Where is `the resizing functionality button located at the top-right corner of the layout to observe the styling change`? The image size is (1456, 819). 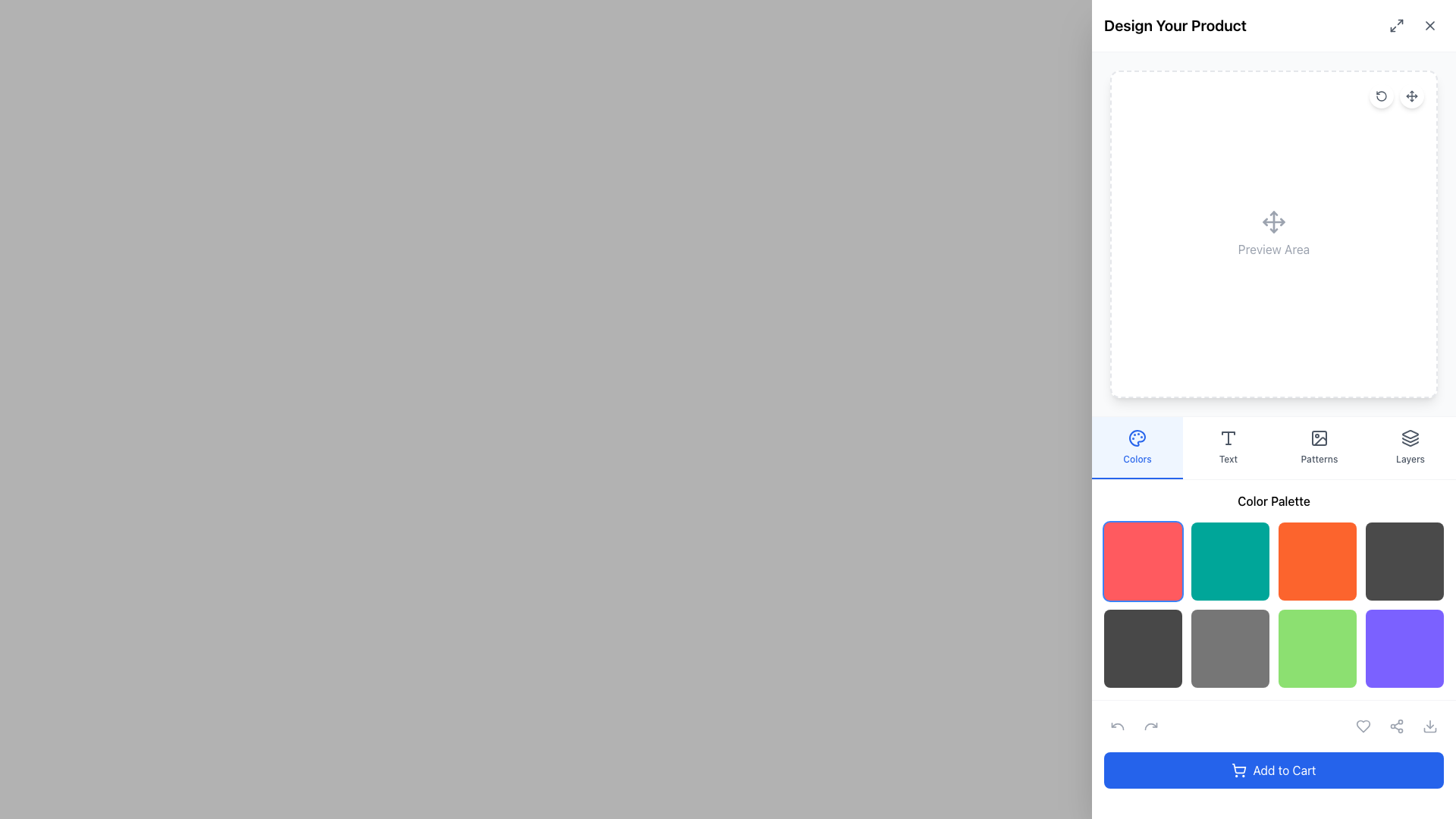
the resizing functionality button located at the top-right corner of the layout to observe the styling change is located at coordinates (1396, 26).